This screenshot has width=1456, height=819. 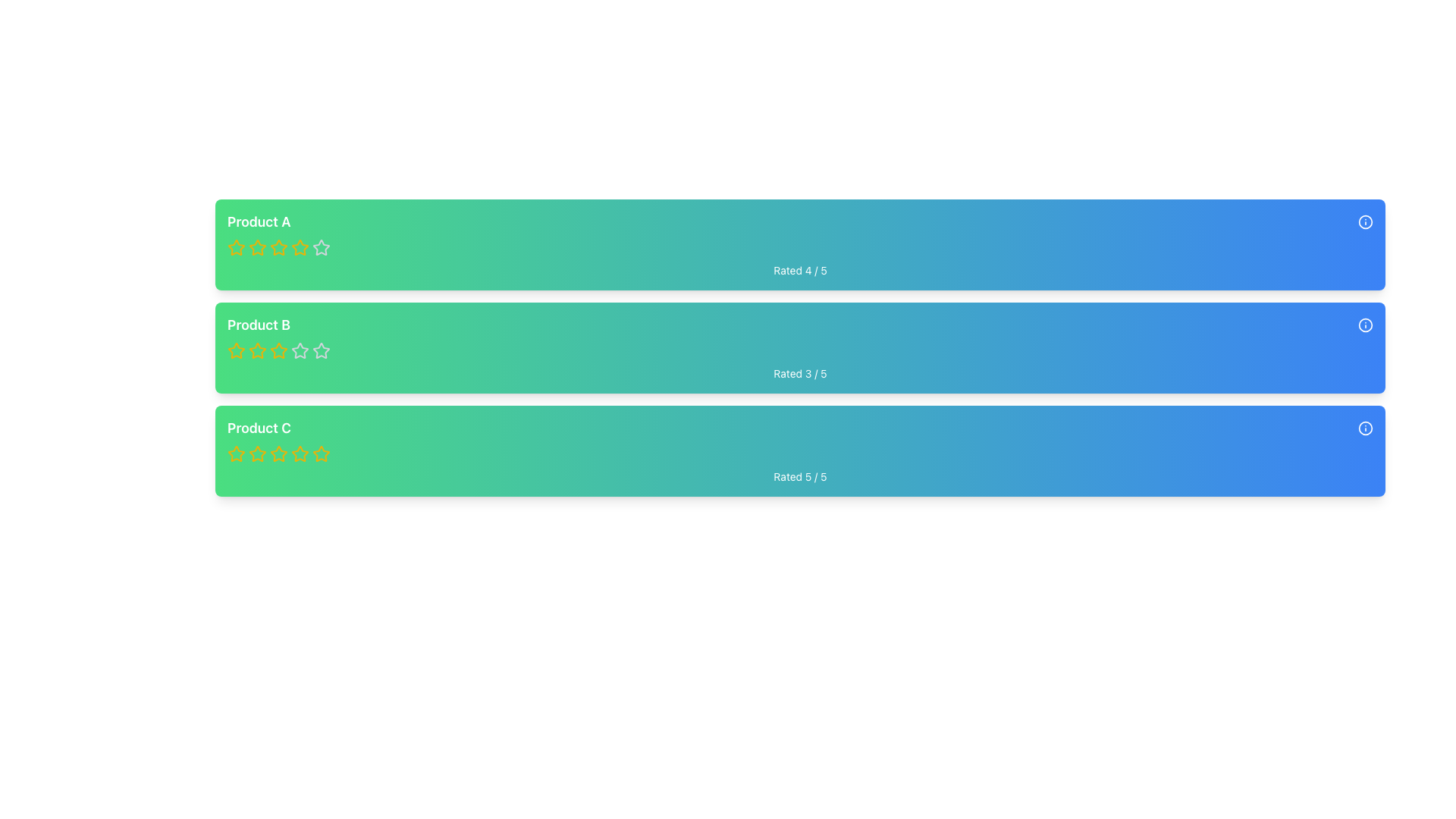 I want to click on the fifth yellow star icon with a green outline in the rating row for 'Product C.', so click(x=320, y=453).